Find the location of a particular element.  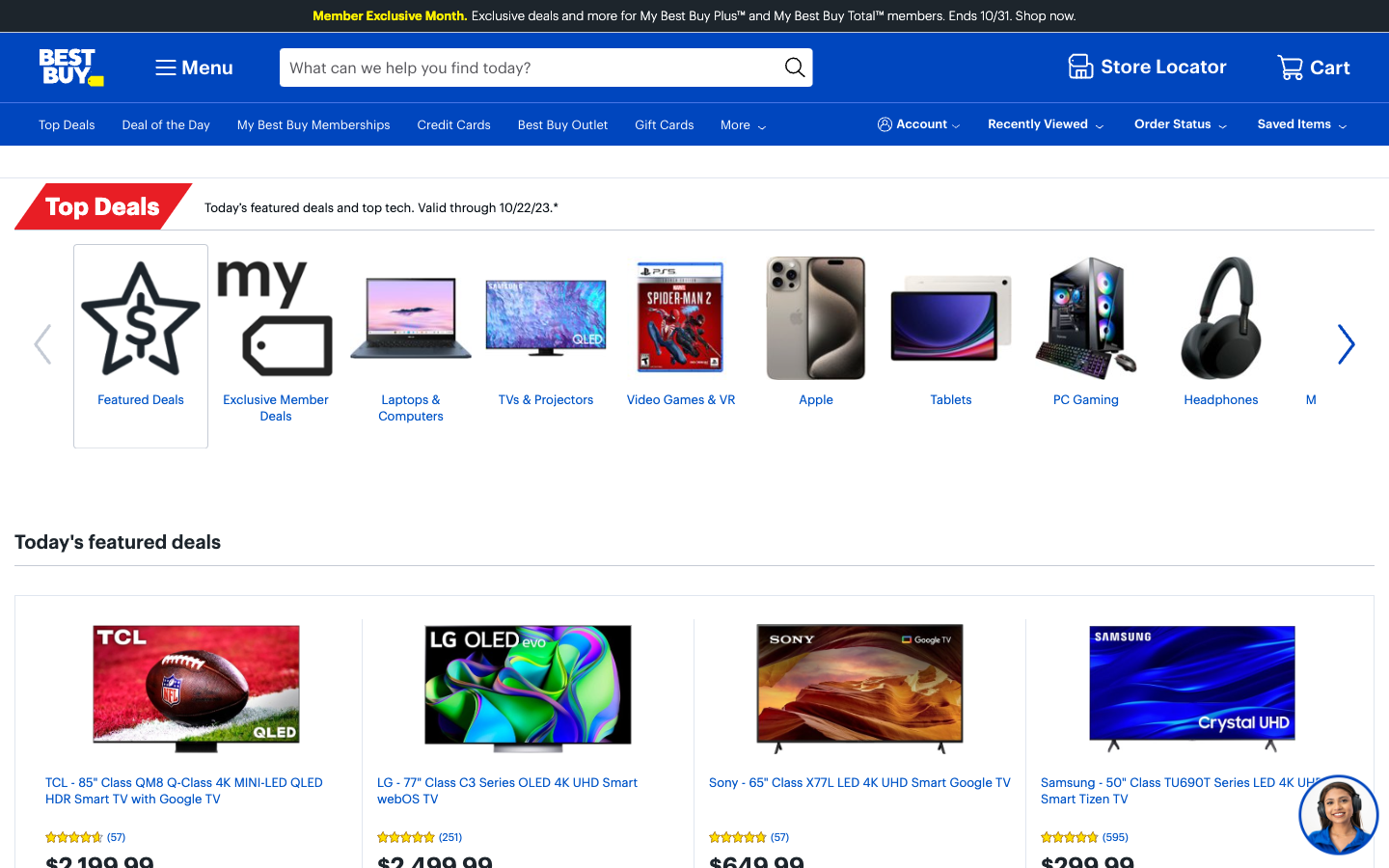

further Top Deals by clicking the right arrow button is located at coordinates (1346, 346).